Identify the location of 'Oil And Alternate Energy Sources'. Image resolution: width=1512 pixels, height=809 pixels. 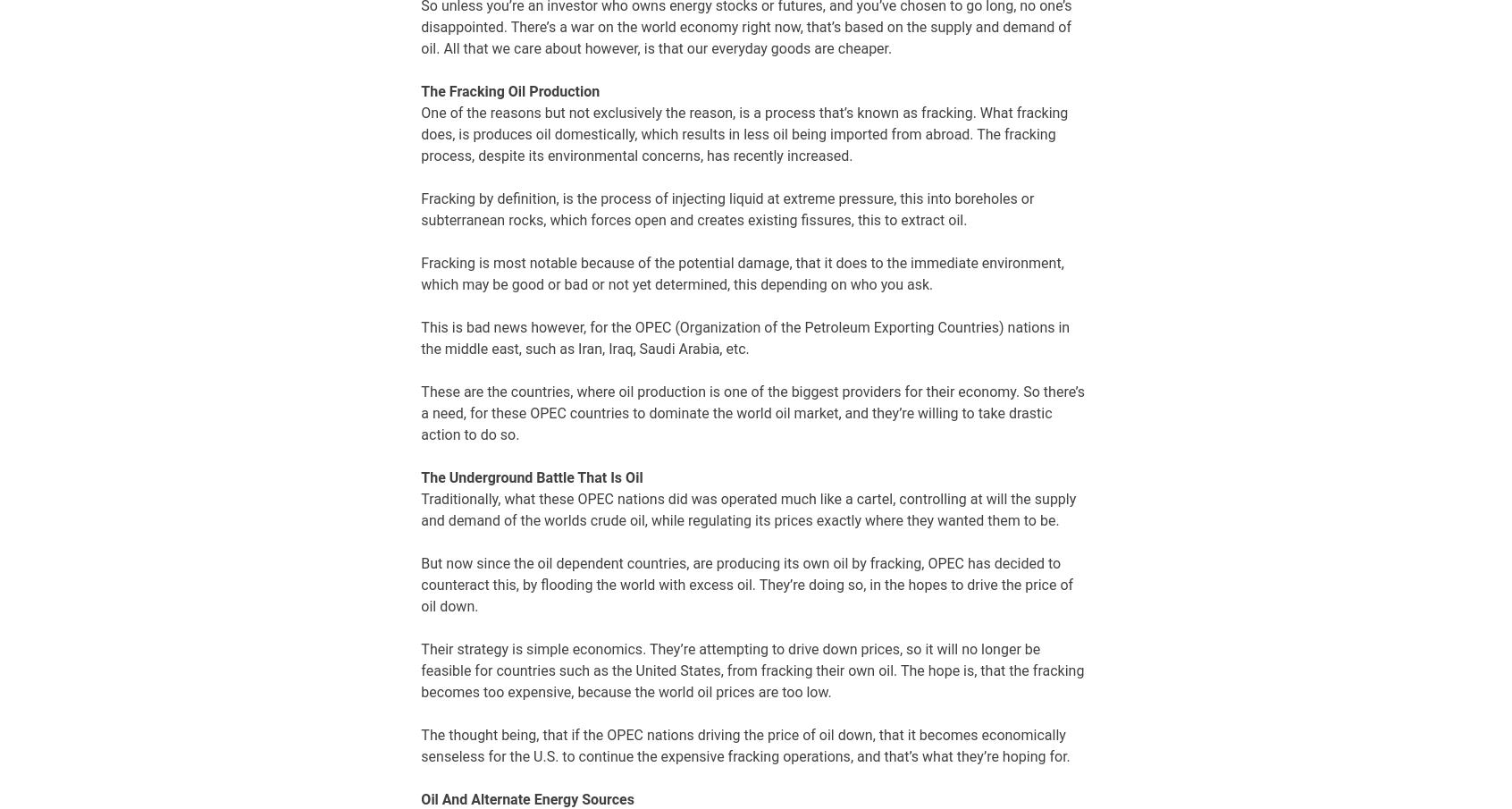
(526, 798).